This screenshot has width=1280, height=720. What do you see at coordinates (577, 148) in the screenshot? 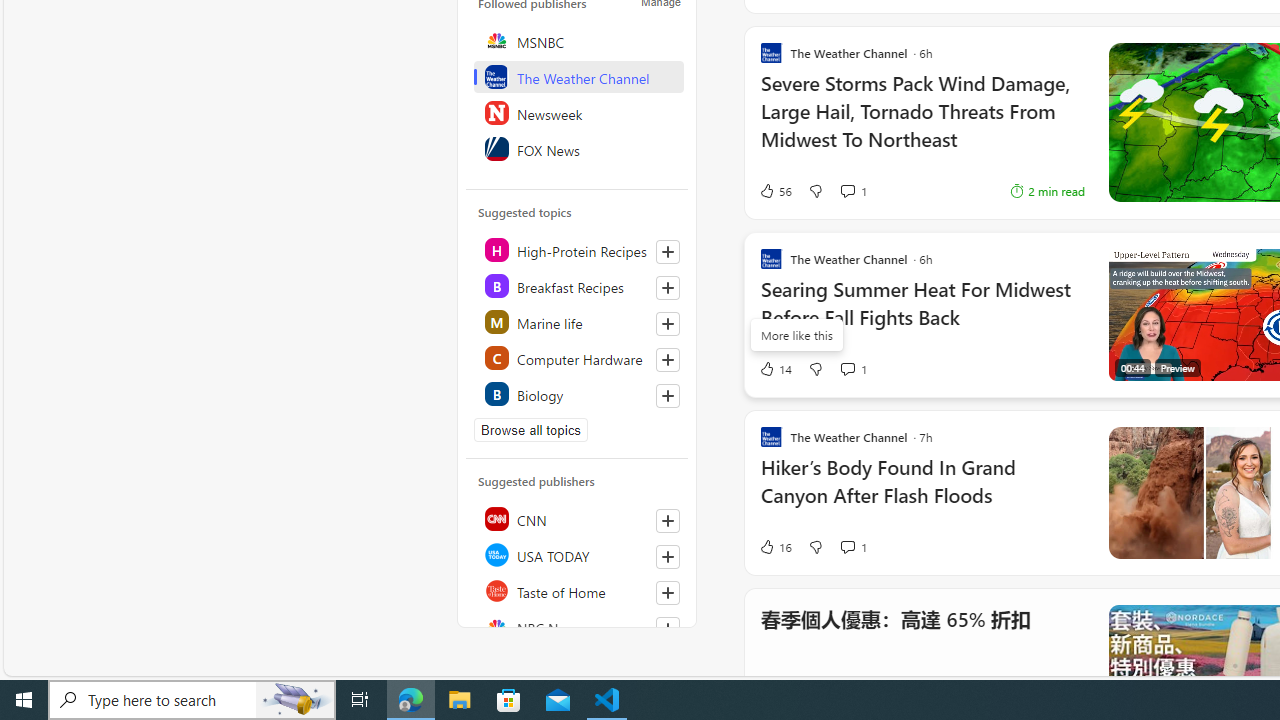
I see `'FOX News'` at bounding box center [577, 148].